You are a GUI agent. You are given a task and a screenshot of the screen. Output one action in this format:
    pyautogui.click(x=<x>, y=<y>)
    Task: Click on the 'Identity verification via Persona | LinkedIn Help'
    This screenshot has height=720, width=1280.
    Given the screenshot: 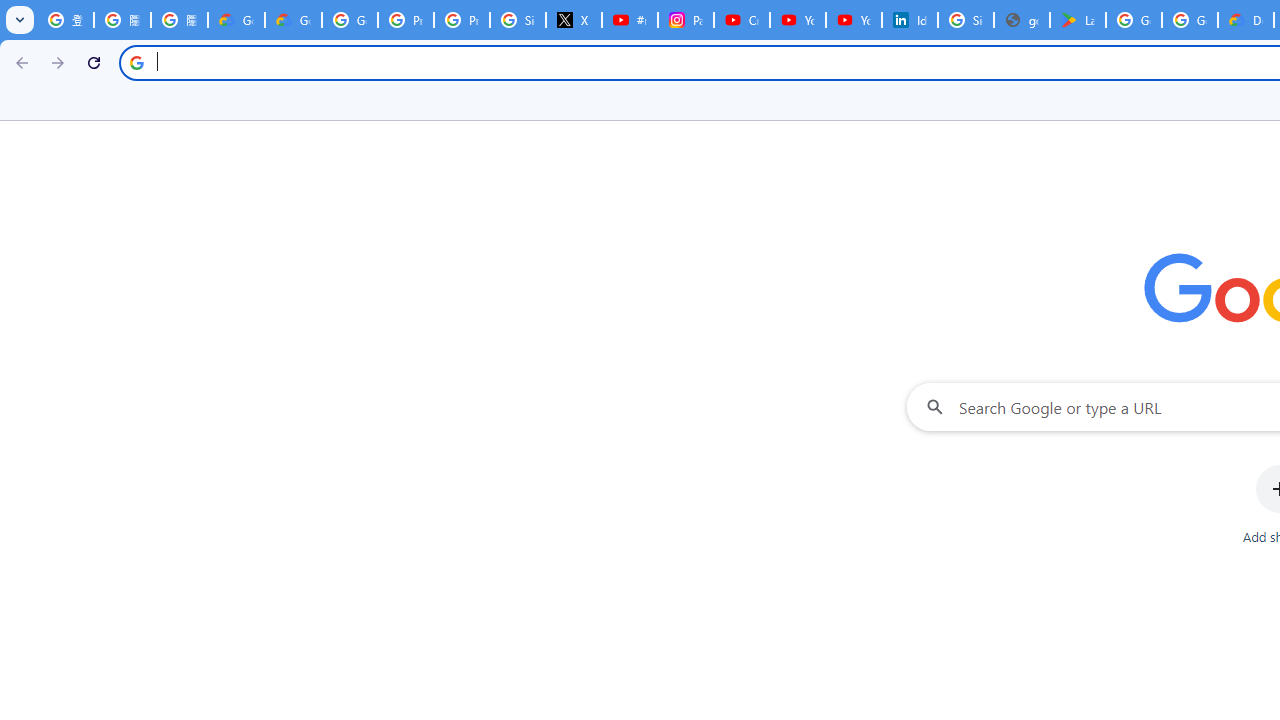 What is the action you would take?
    pyautogui.click(x=909, y=20)
    